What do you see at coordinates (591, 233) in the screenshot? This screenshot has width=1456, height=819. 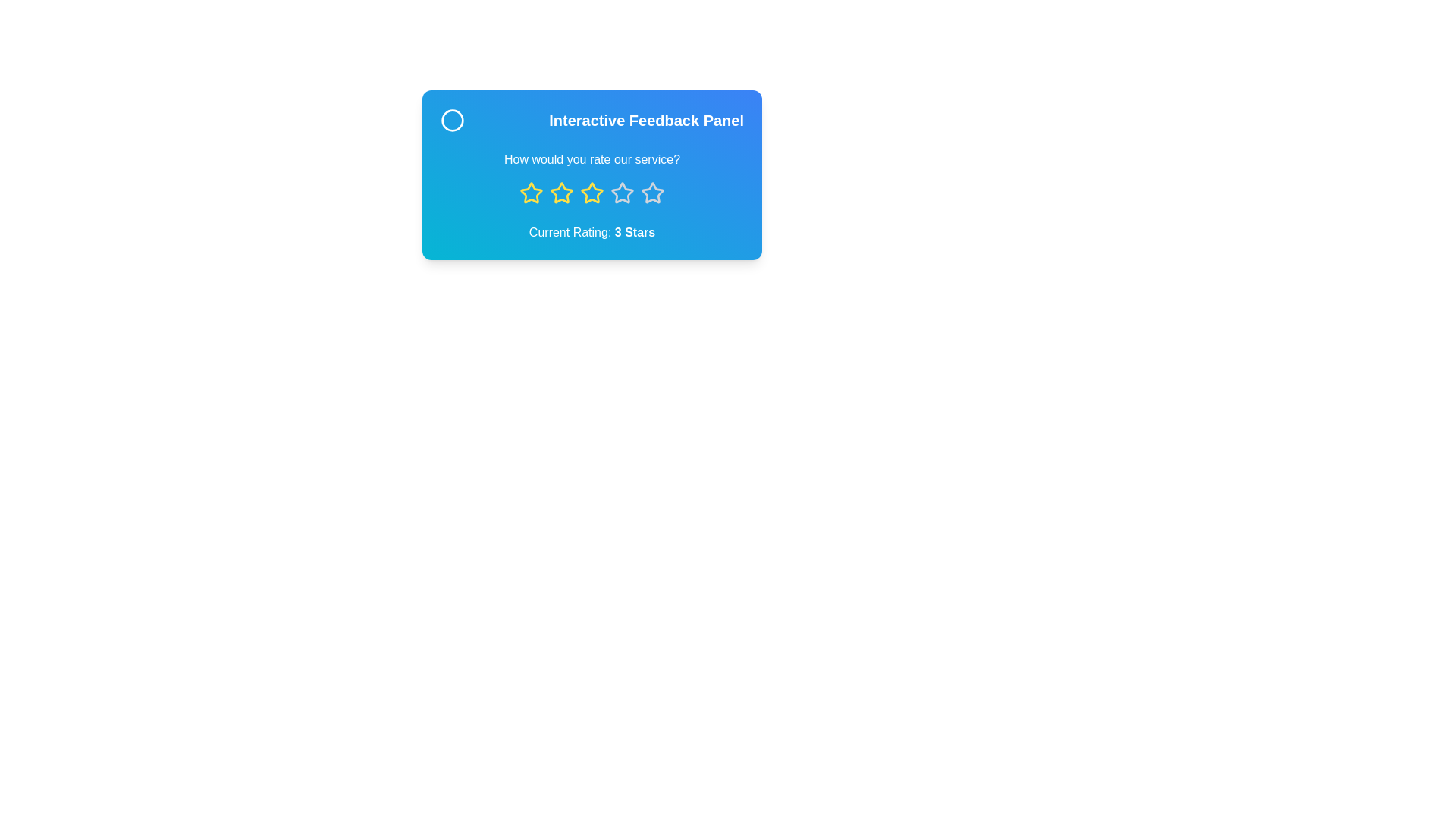 I see `the Text label displaying the current rating selection located at the bottom center of the 'Interactive Feedback Panel' card, beneath the star icons` at bounding box center [591, 233].